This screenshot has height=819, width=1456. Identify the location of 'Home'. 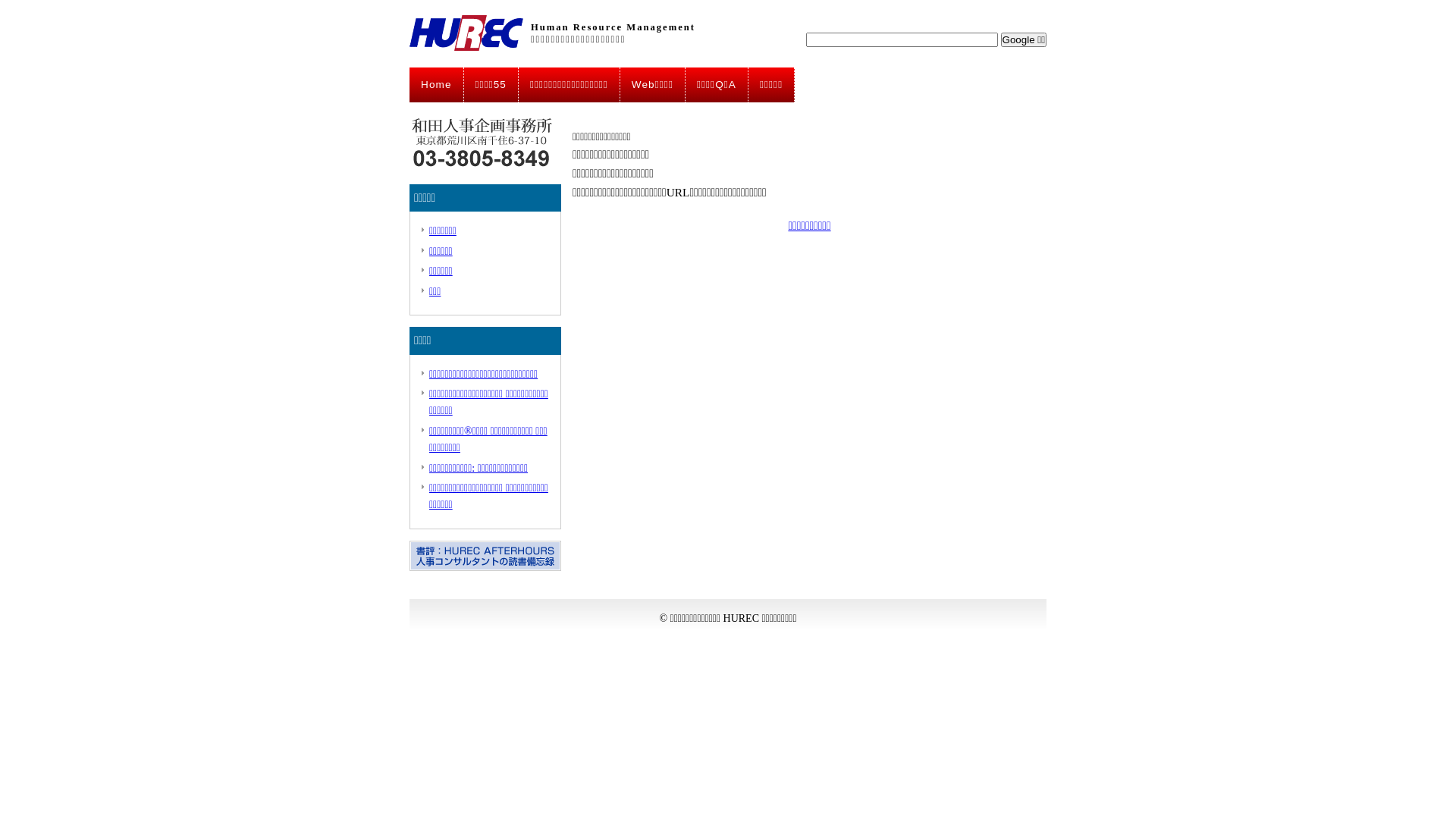
(435, 84).